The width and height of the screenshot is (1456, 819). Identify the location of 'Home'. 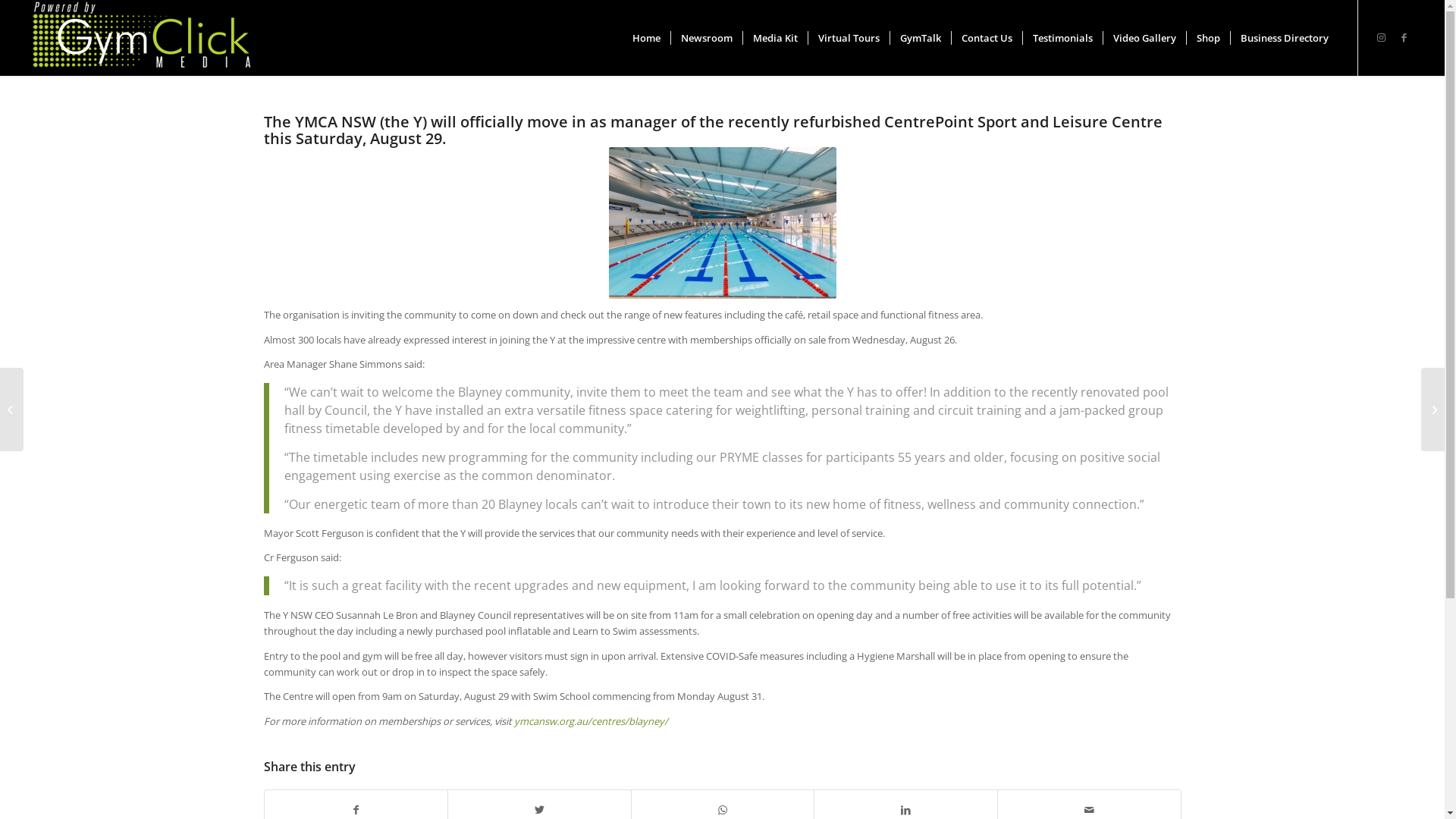
(646, 37).